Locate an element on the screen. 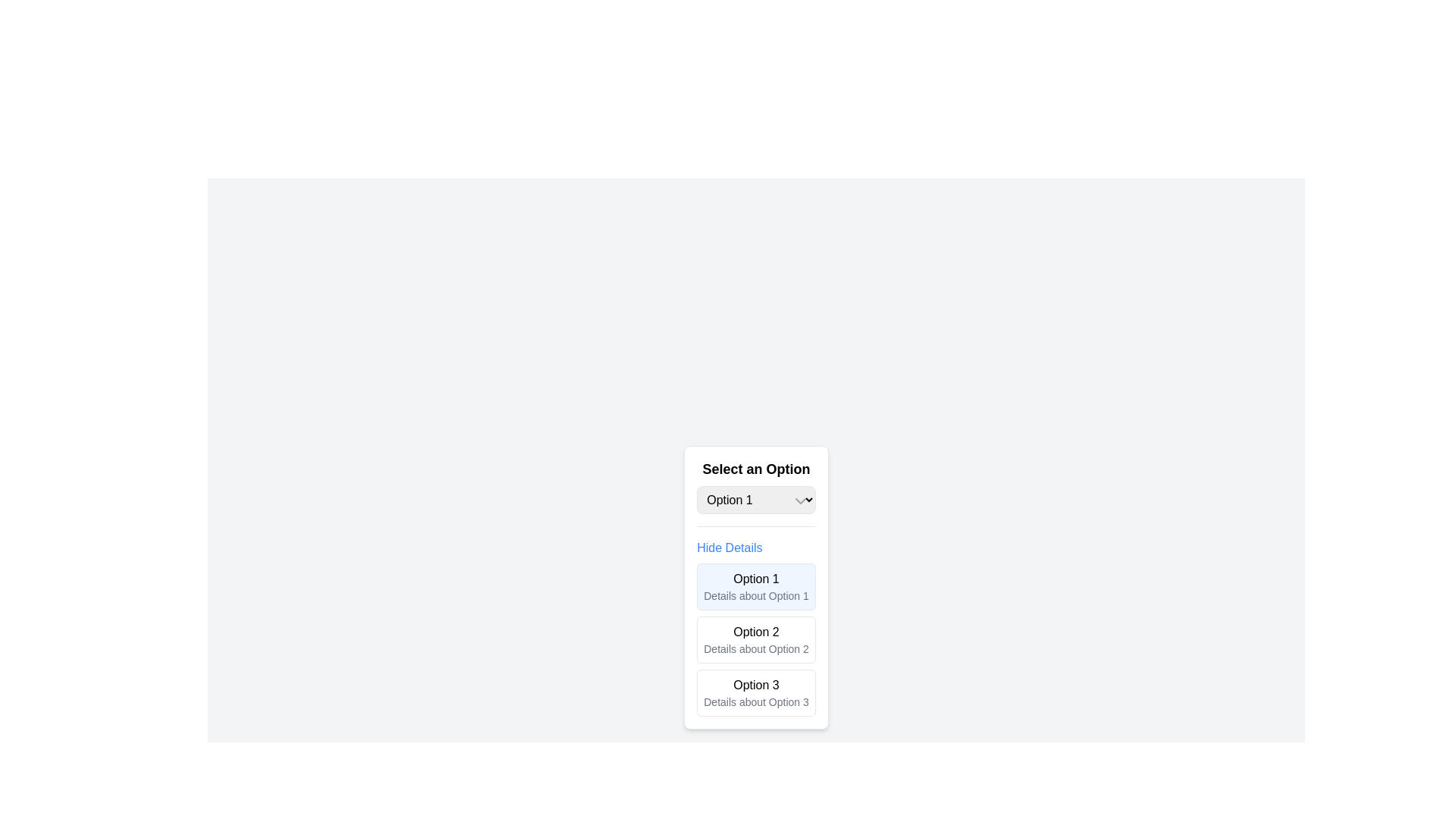  the Card that displays information about the second option in a vertically stacked list, positioned between 'Option 1' and 'Option 3' is located at coordinates (756, 640).